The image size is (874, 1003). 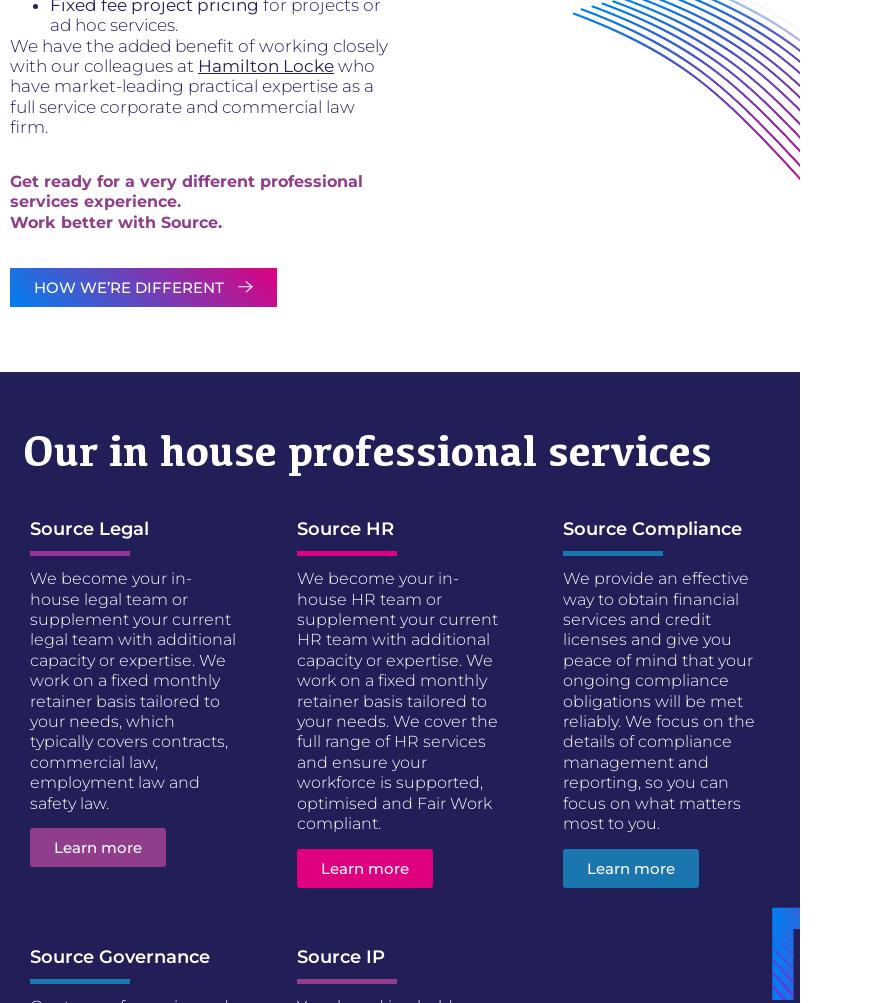 What do you see at coordinates (343, 527) in the screenshot?
I see `'Source HR'` at bounding box center [343, 527].